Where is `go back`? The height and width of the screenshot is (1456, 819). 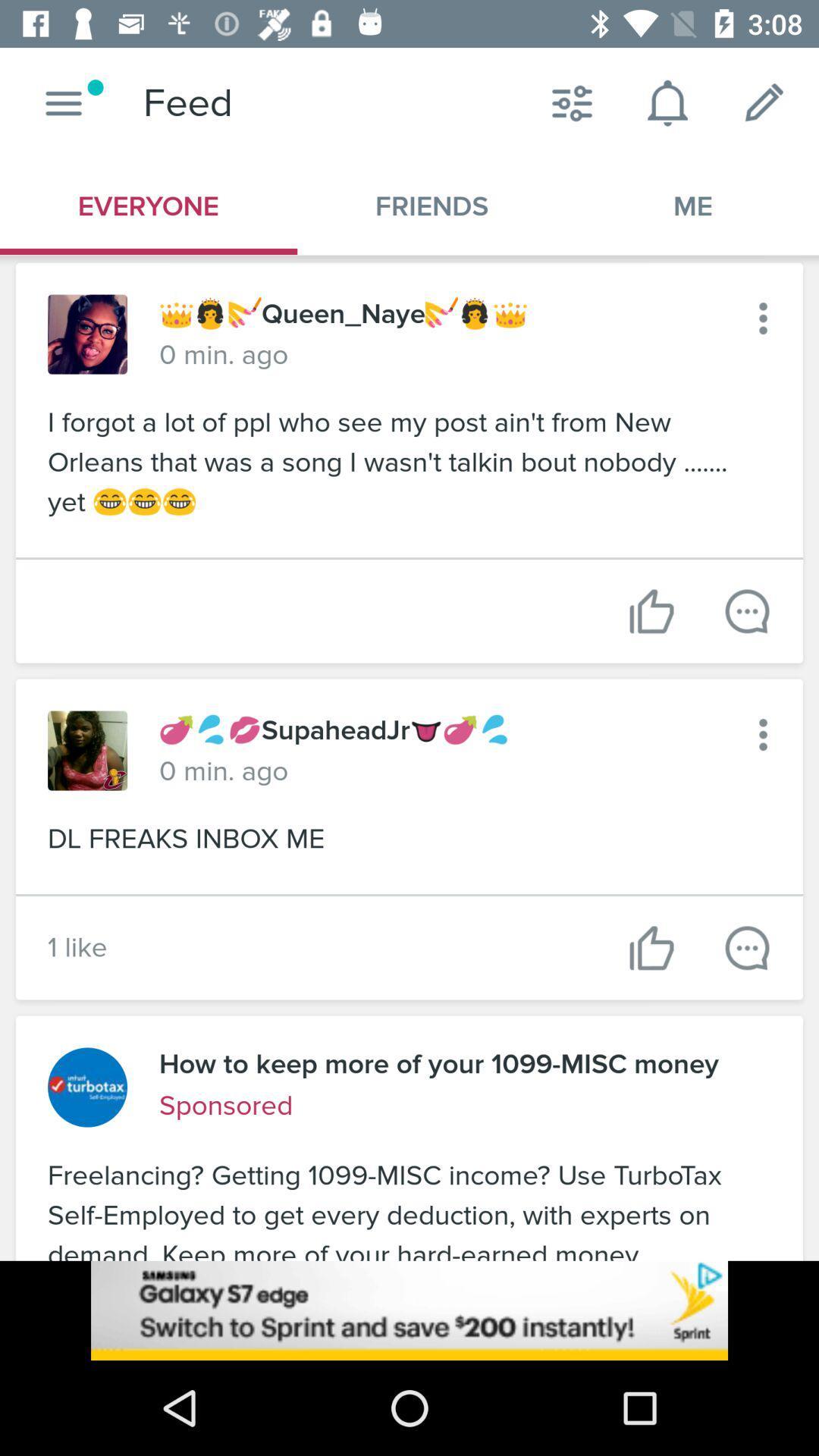 go back is located at coordinates (763, 318).